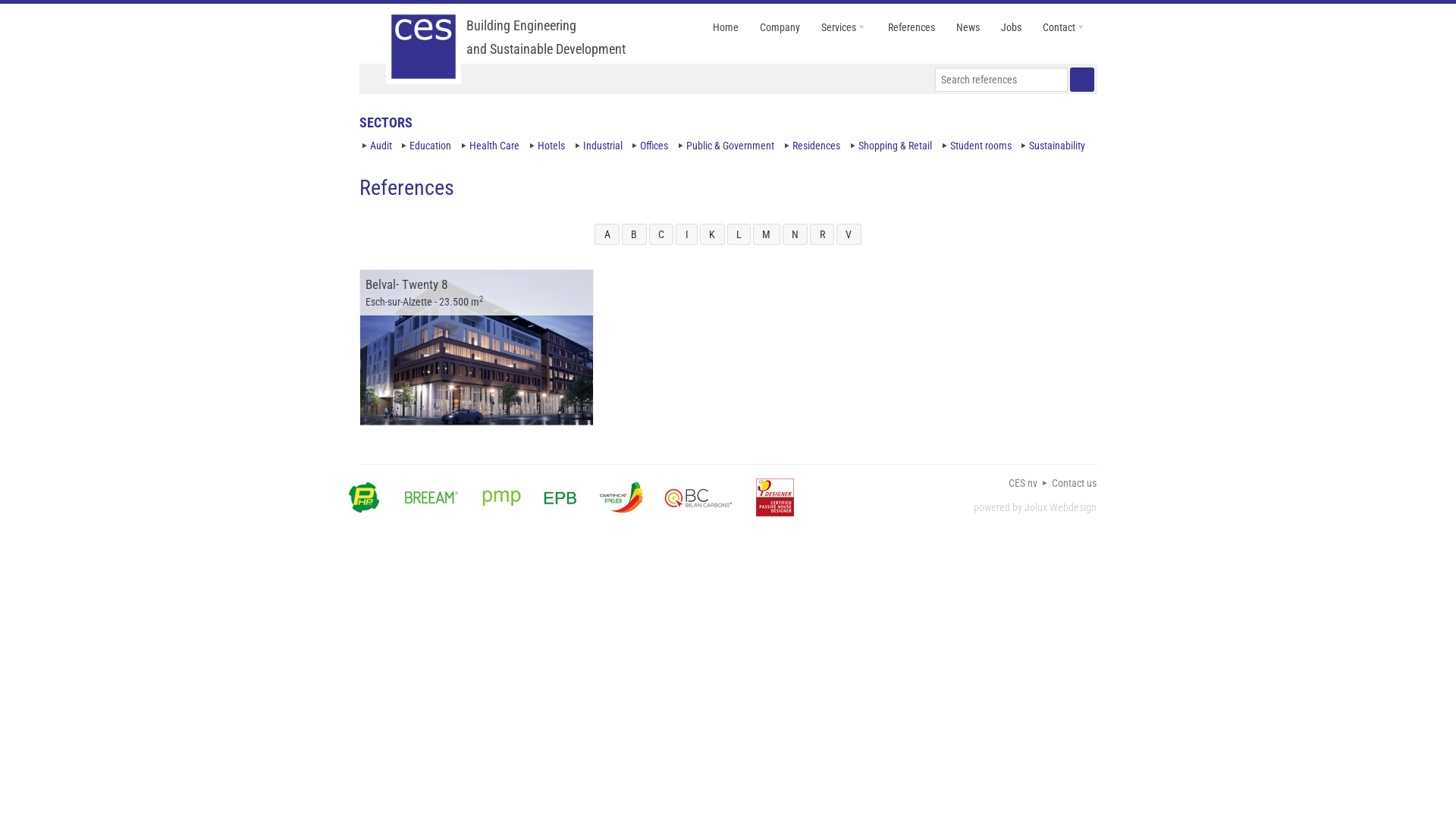 This screenshot has width=1456, height=819. Describe the element at coordinates (648, 234) in the screenshot. I see `'C'` at that location.